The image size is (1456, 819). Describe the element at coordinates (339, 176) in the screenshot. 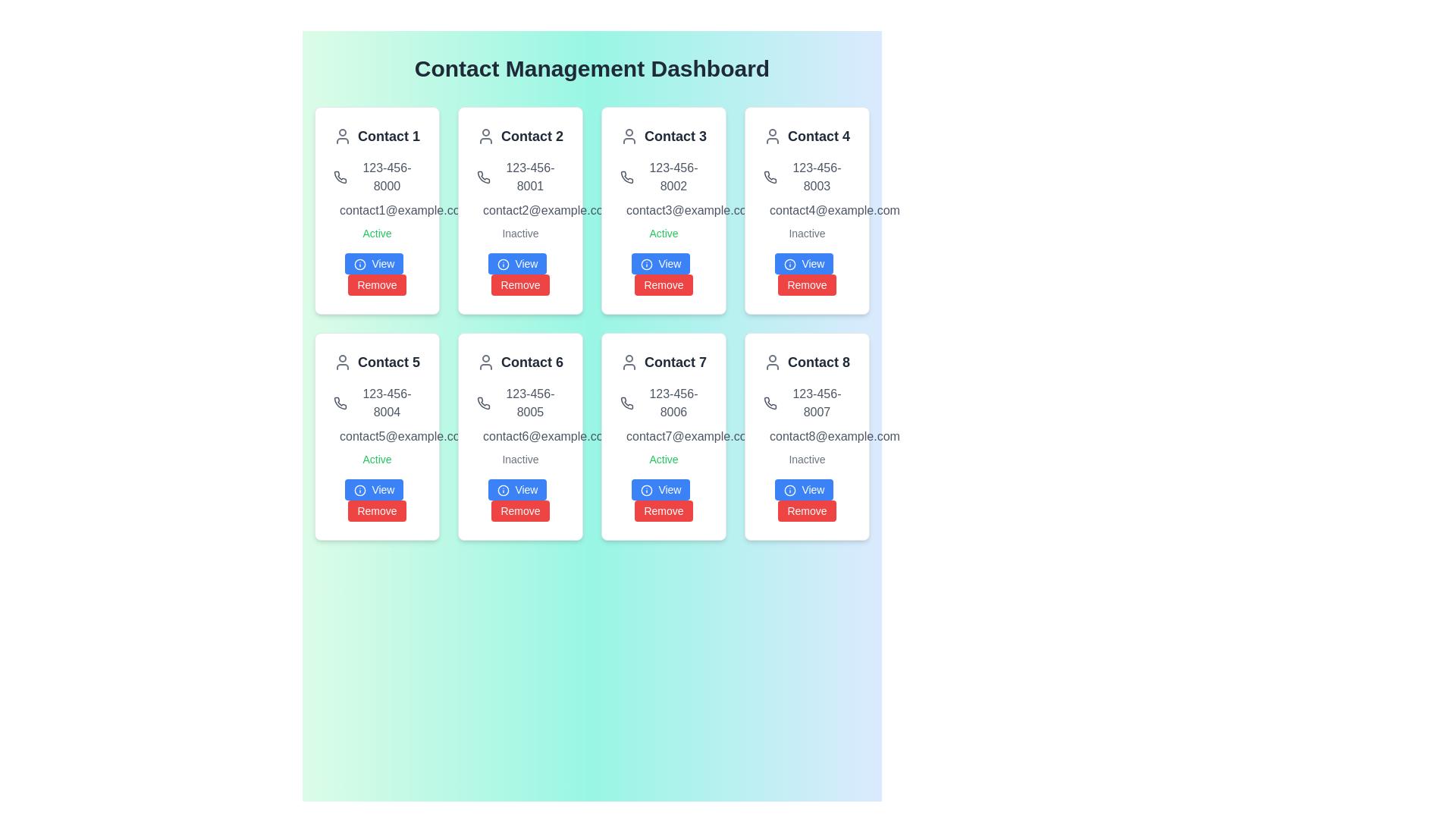

I see `the phone-shaped icon located at the top-left of the 'Contact 1' card, adjacent to the title 'Contact 1'` at that location.